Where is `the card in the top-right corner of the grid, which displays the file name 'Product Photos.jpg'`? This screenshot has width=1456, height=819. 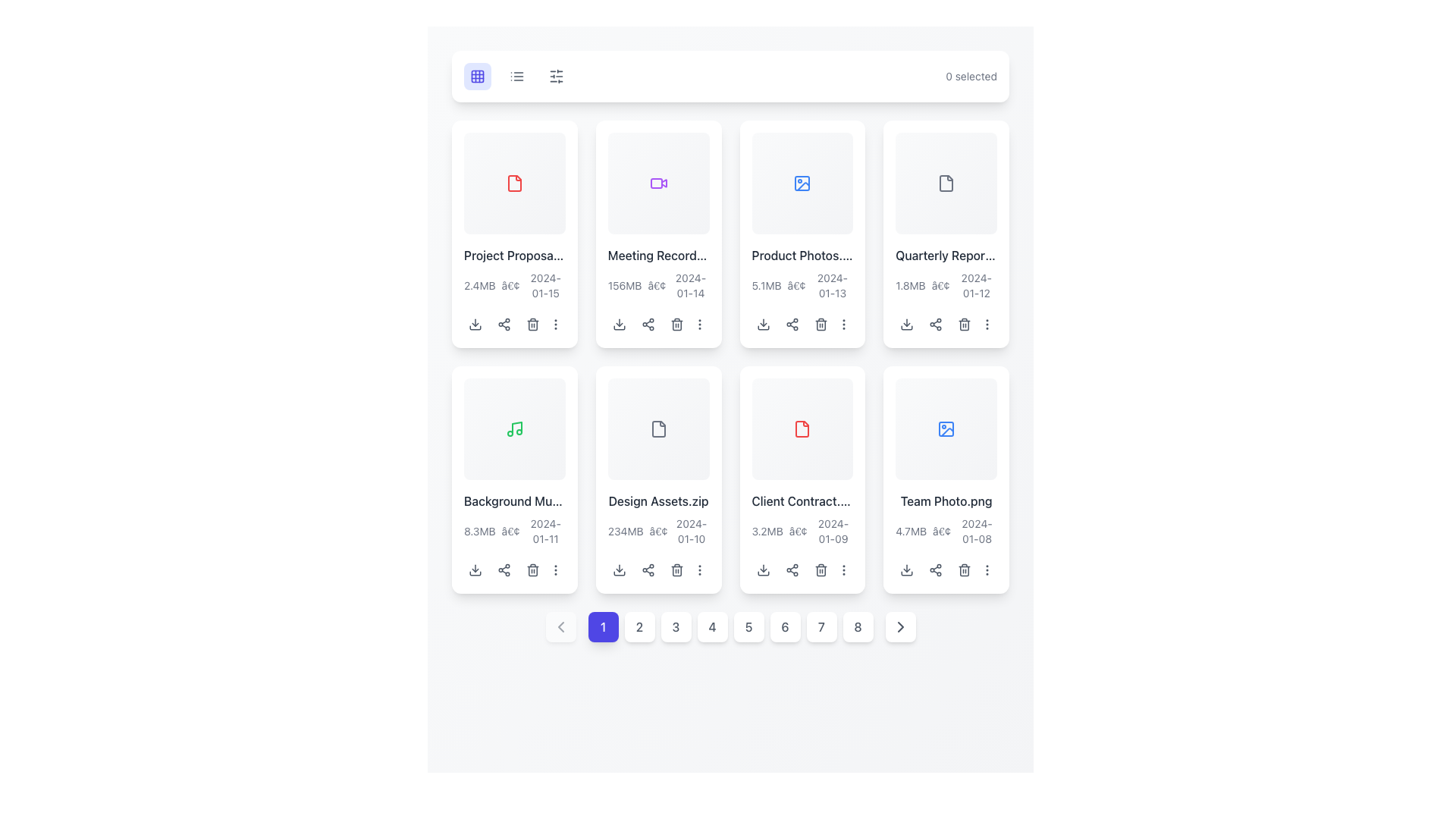
the card in the top-right corner of the grid, which displays the file name 'Product Photos.jpg' is located at coordinates (802, 234).